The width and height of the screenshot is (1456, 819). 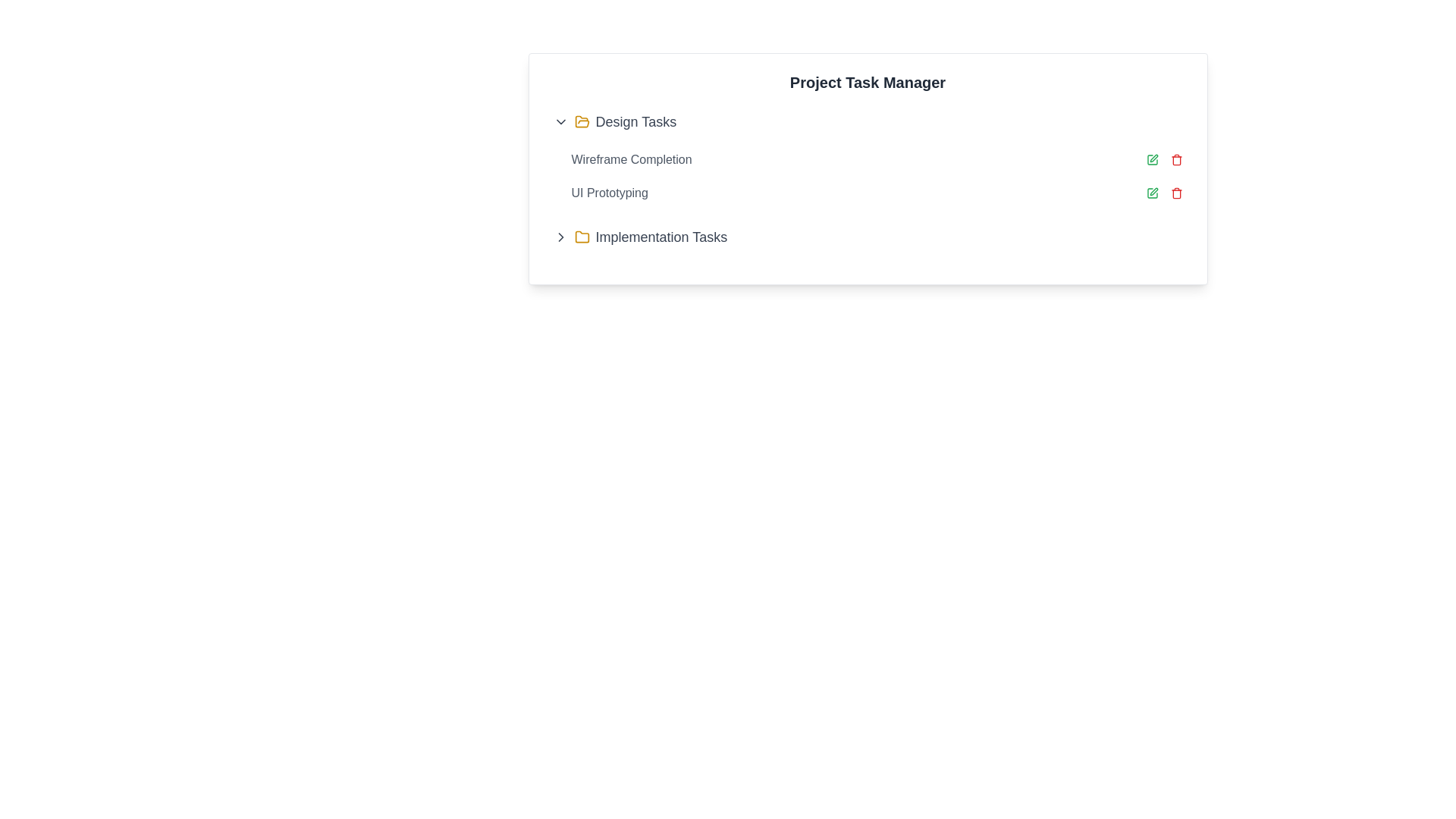 I want to click on the Text Label representing a task within the 'Design Tasks' section of the project management application, so click(x=632, y=160).